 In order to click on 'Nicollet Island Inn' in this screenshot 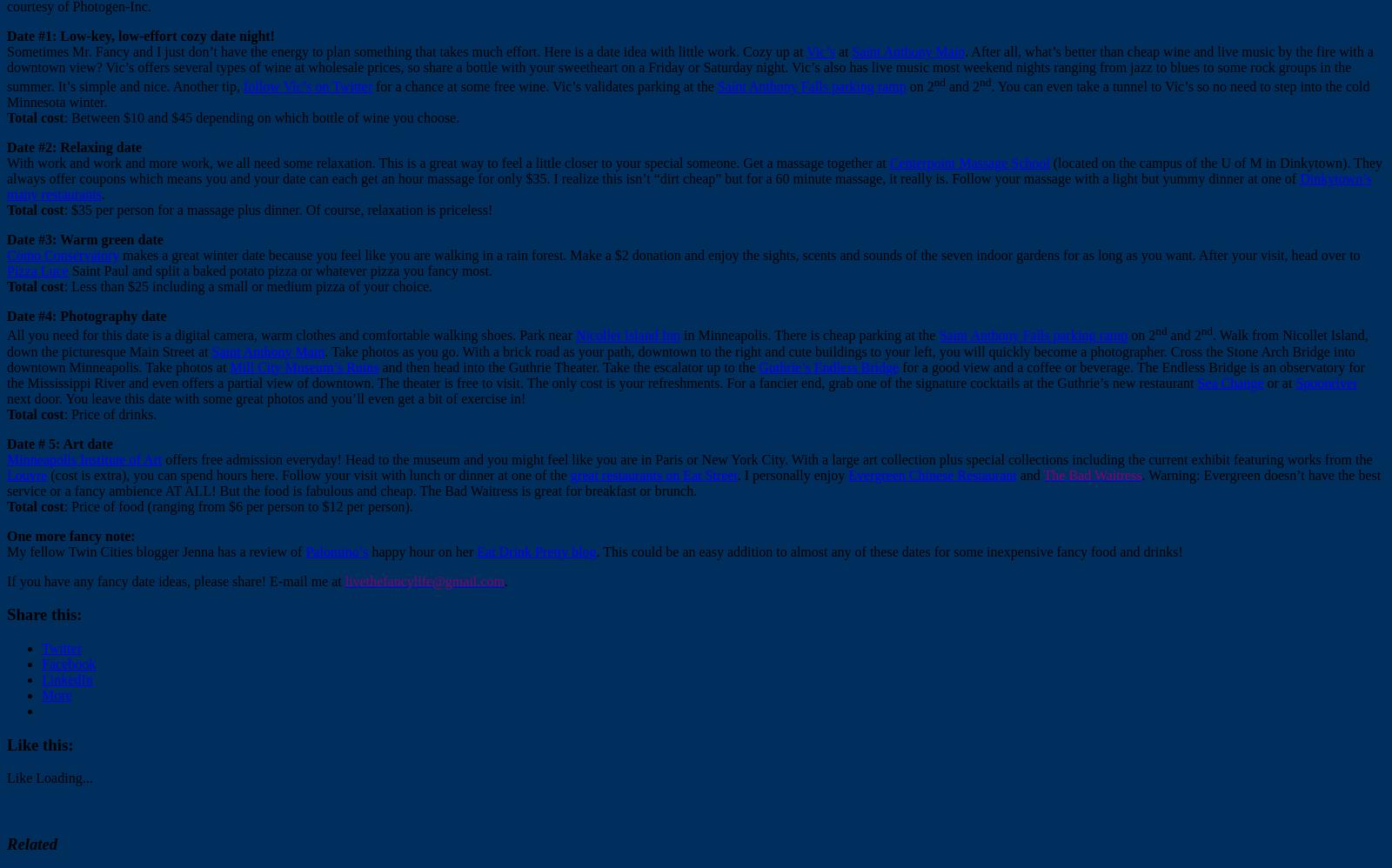, I will do `click(627, 334)`.